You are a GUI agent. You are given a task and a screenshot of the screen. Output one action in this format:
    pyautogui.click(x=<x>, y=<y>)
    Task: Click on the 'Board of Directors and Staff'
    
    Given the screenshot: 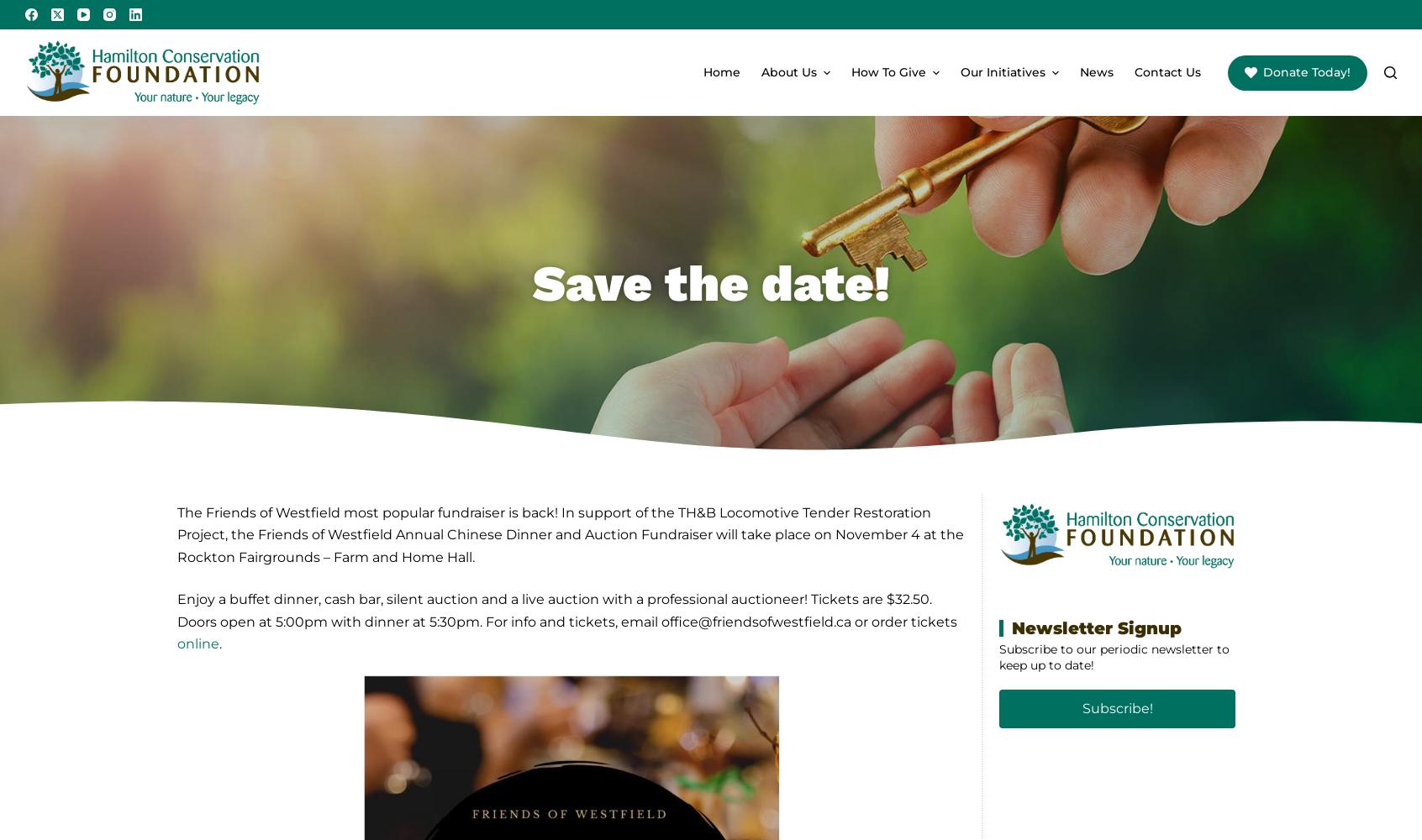 What is the action you would take?
    pyautogui.click(x=824, y=144)
    